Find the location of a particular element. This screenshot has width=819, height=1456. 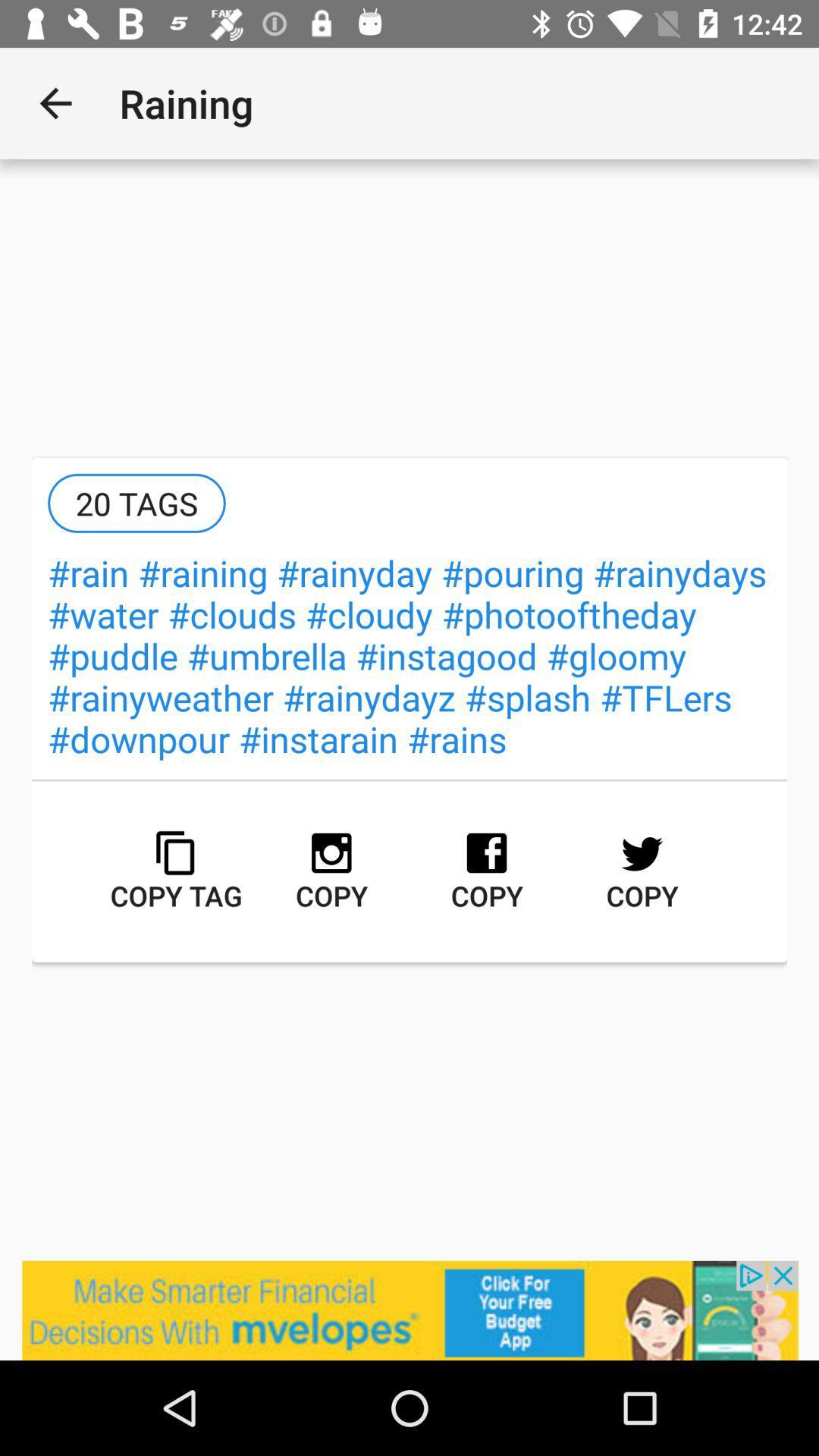

the advertisement is located at coordinates (409, 1310).